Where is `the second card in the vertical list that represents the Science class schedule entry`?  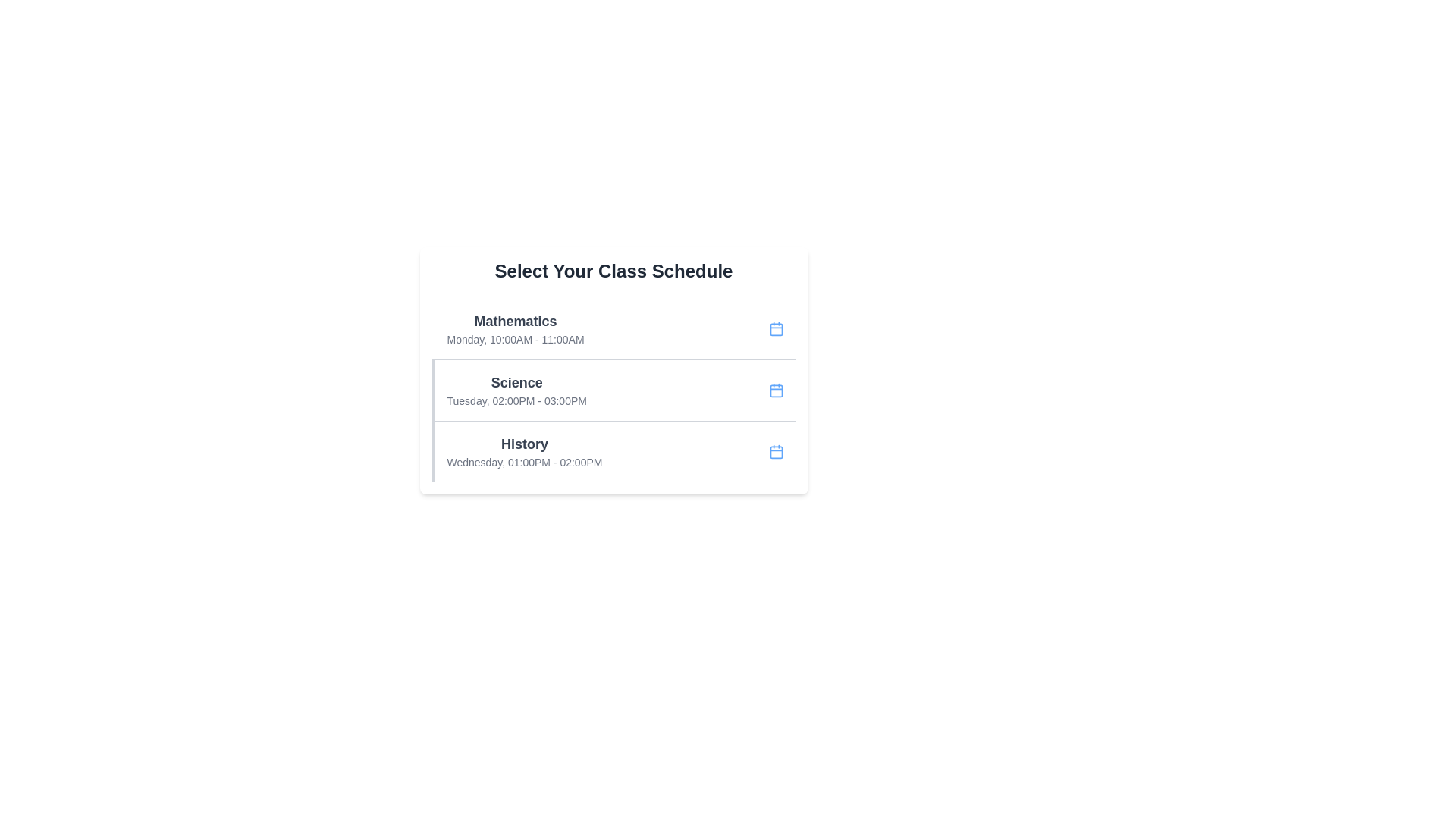
the second card in the vertical list that represents the Science class schedule entry is located at coordinates (613, 389).